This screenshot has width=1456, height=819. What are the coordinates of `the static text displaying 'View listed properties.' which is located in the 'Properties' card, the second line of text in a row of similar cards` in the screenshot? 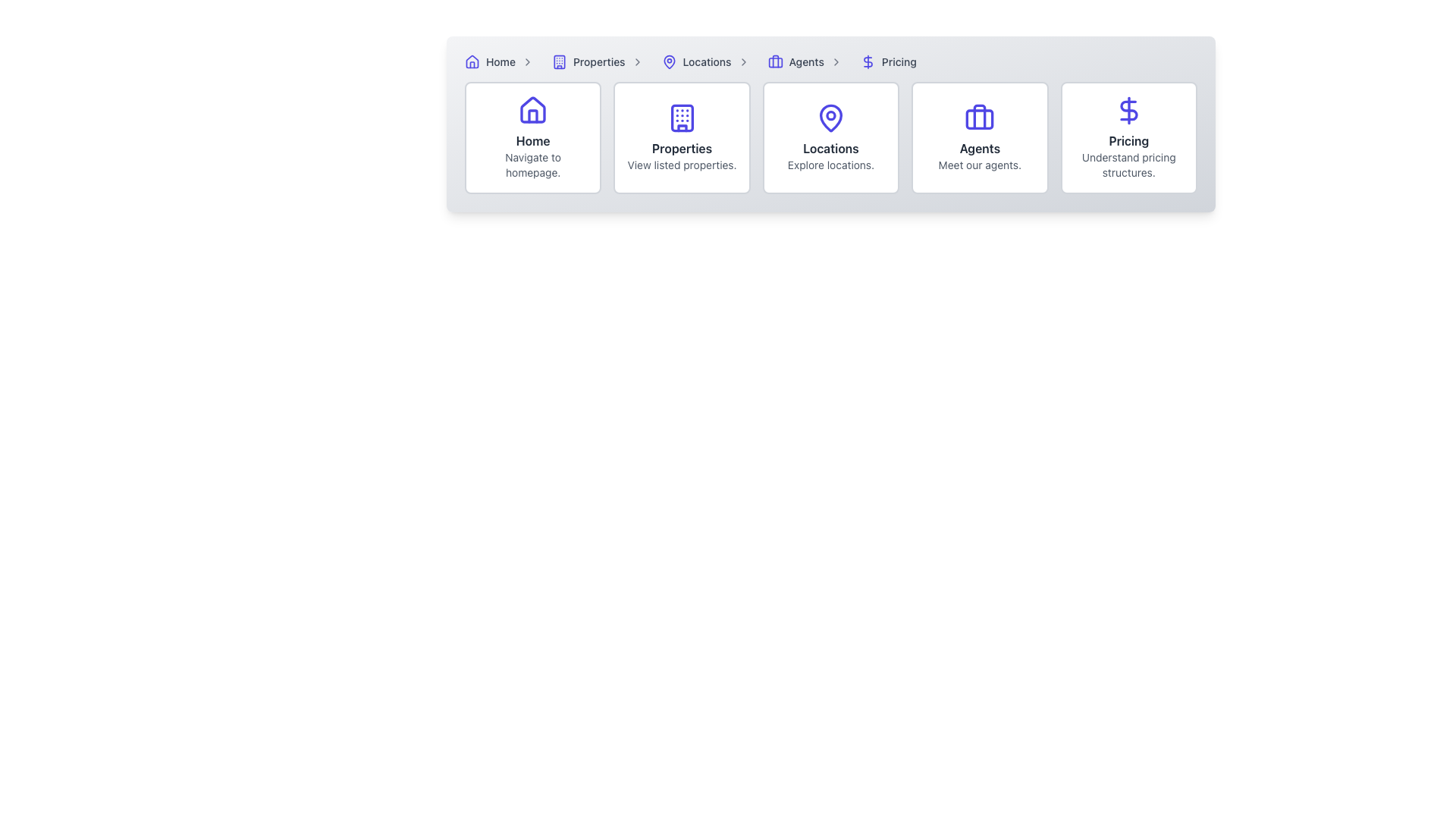 It's located at (681, 165).